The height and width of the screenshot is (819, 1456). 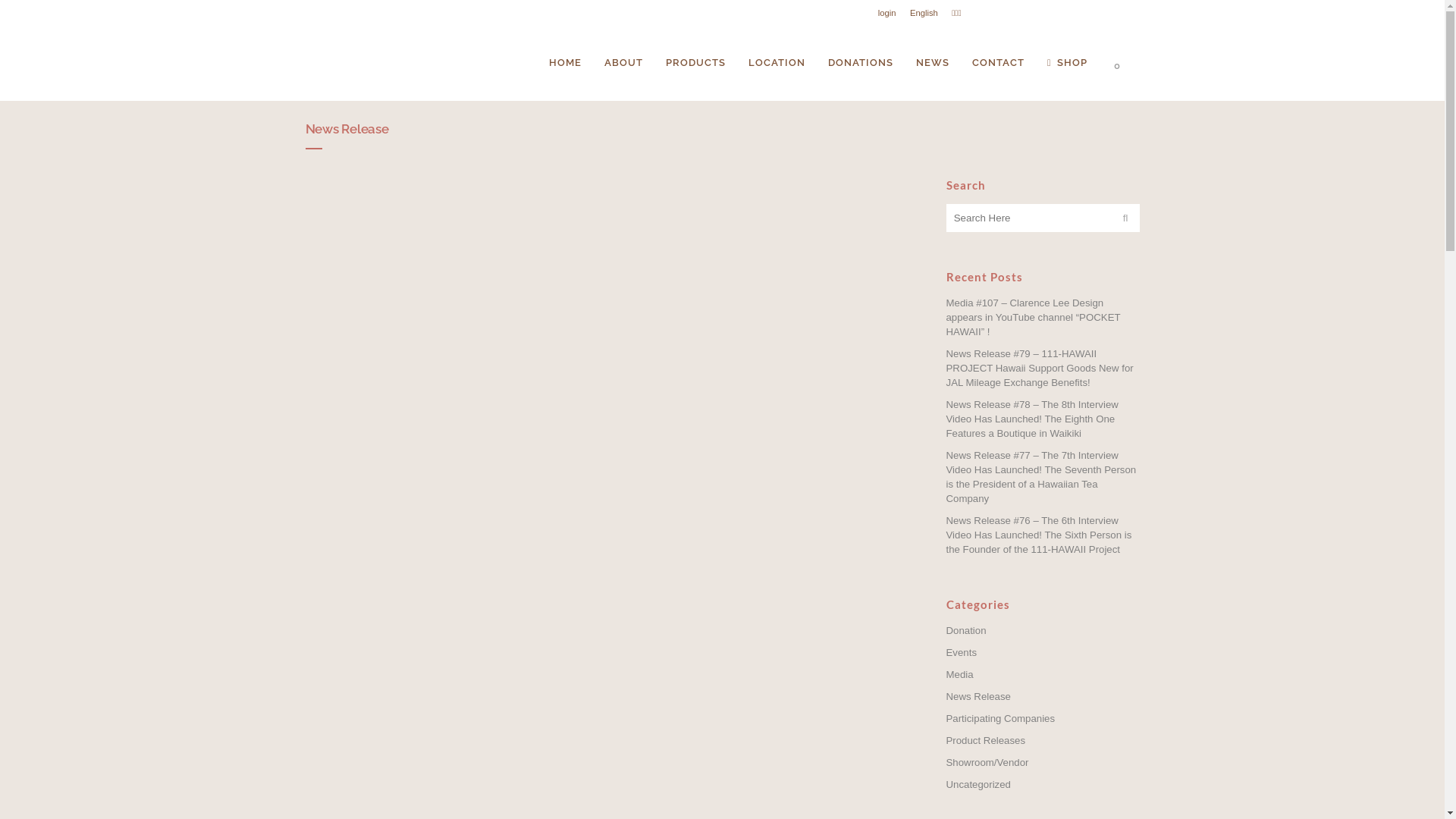 I want to click on 'login', so click(x=881, y=13).